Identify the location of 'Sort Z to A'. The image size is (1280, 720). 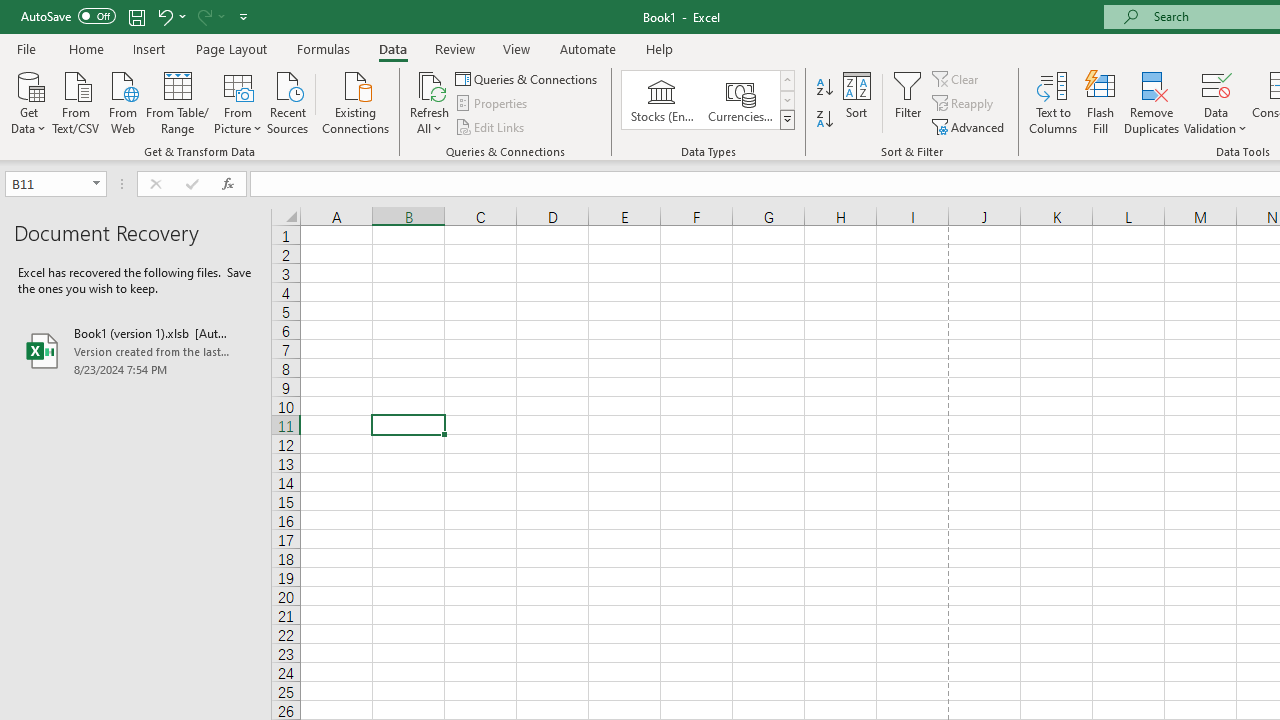
(824, 119).